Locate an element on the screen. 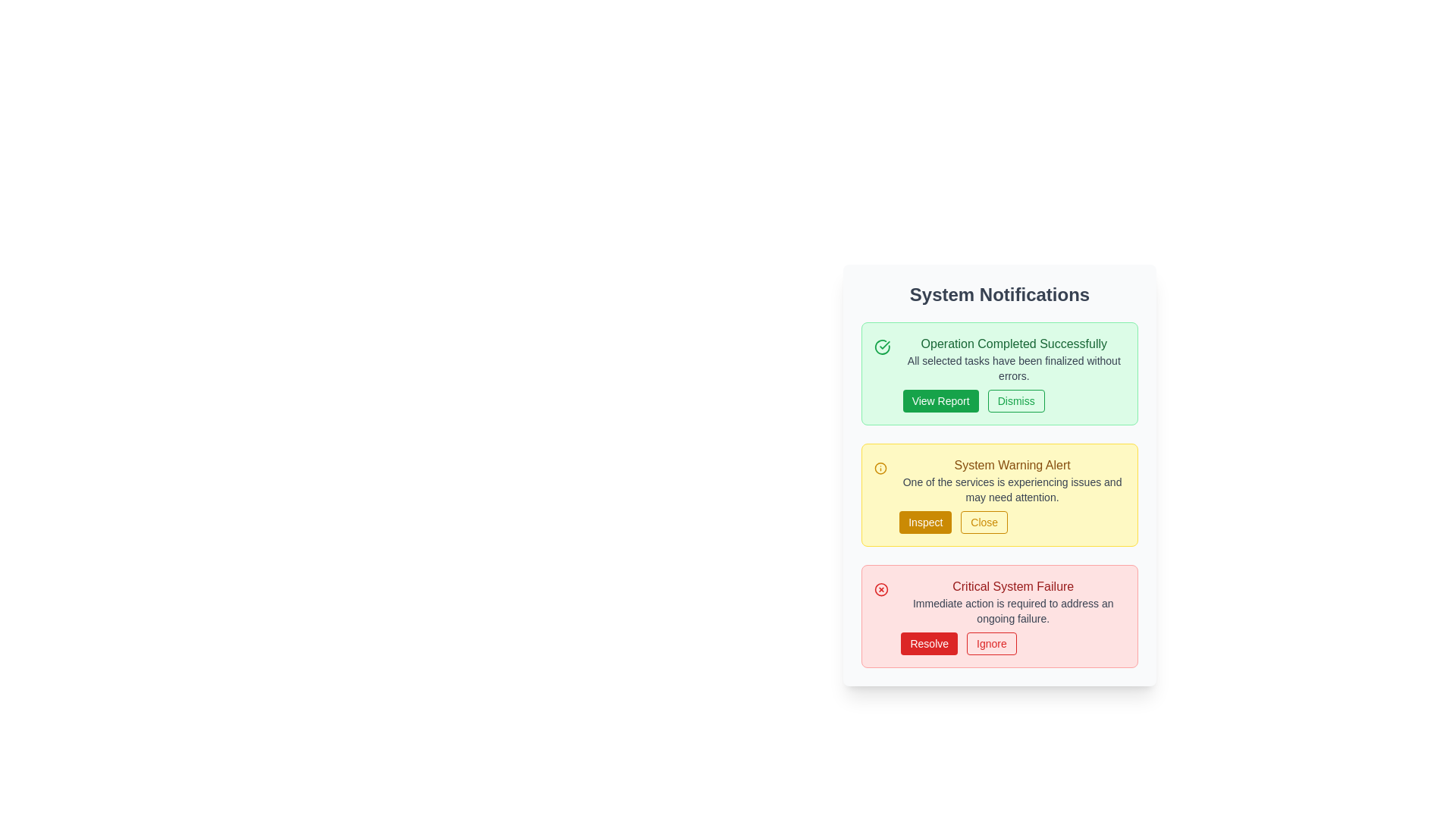 The height and width of the screenshot is (819, 1456). the text label that reads 'Immediate action is required to address an ongoing failure', which is styled with a smaller gray font and positioned below the heading 'Critical System Failure' is located at coordinates (1013, 610).